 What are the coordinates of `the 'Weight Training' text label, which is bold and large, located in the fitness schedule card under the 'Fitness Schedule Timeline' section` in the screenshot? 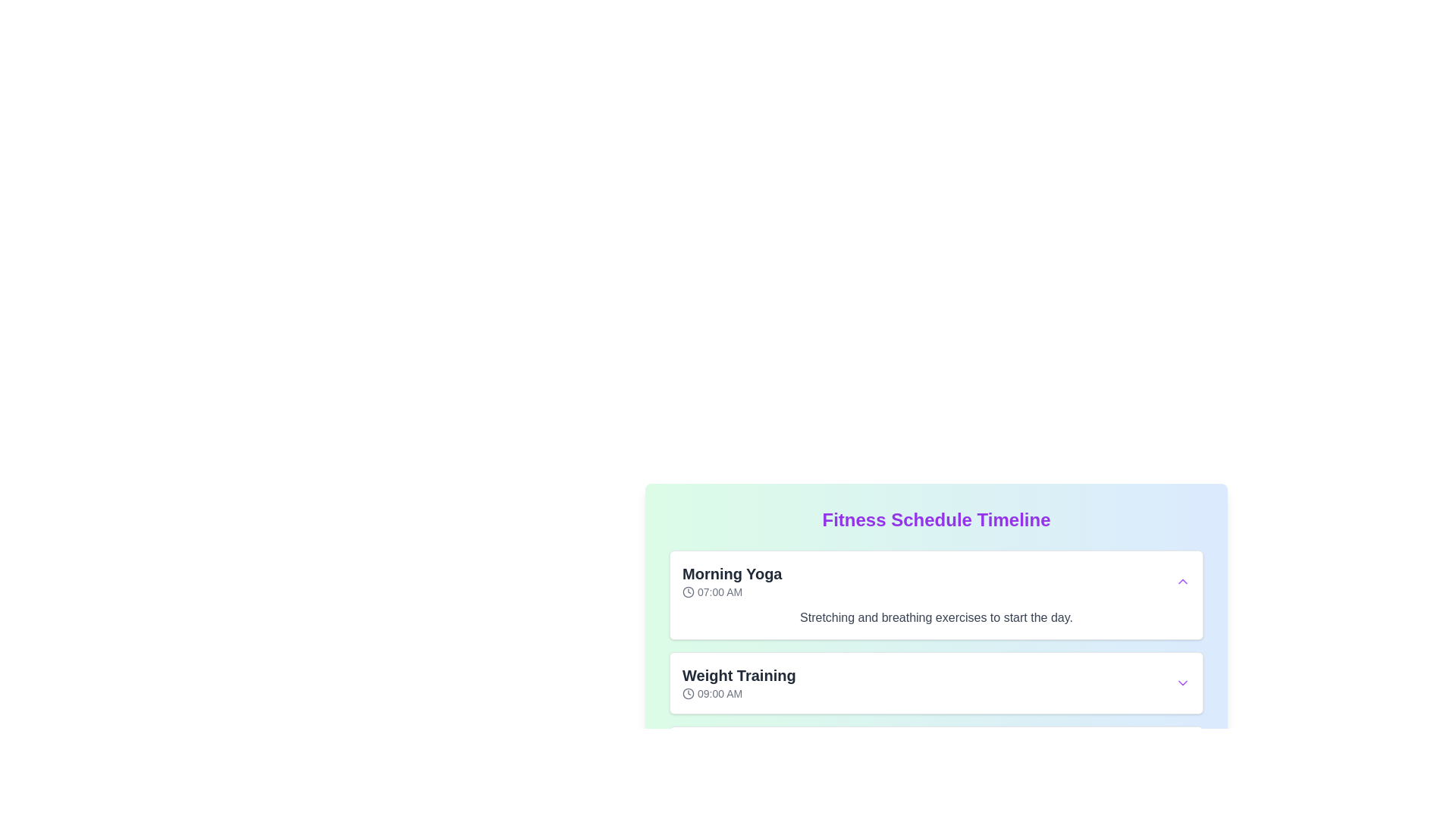 It's located at (739, 675).